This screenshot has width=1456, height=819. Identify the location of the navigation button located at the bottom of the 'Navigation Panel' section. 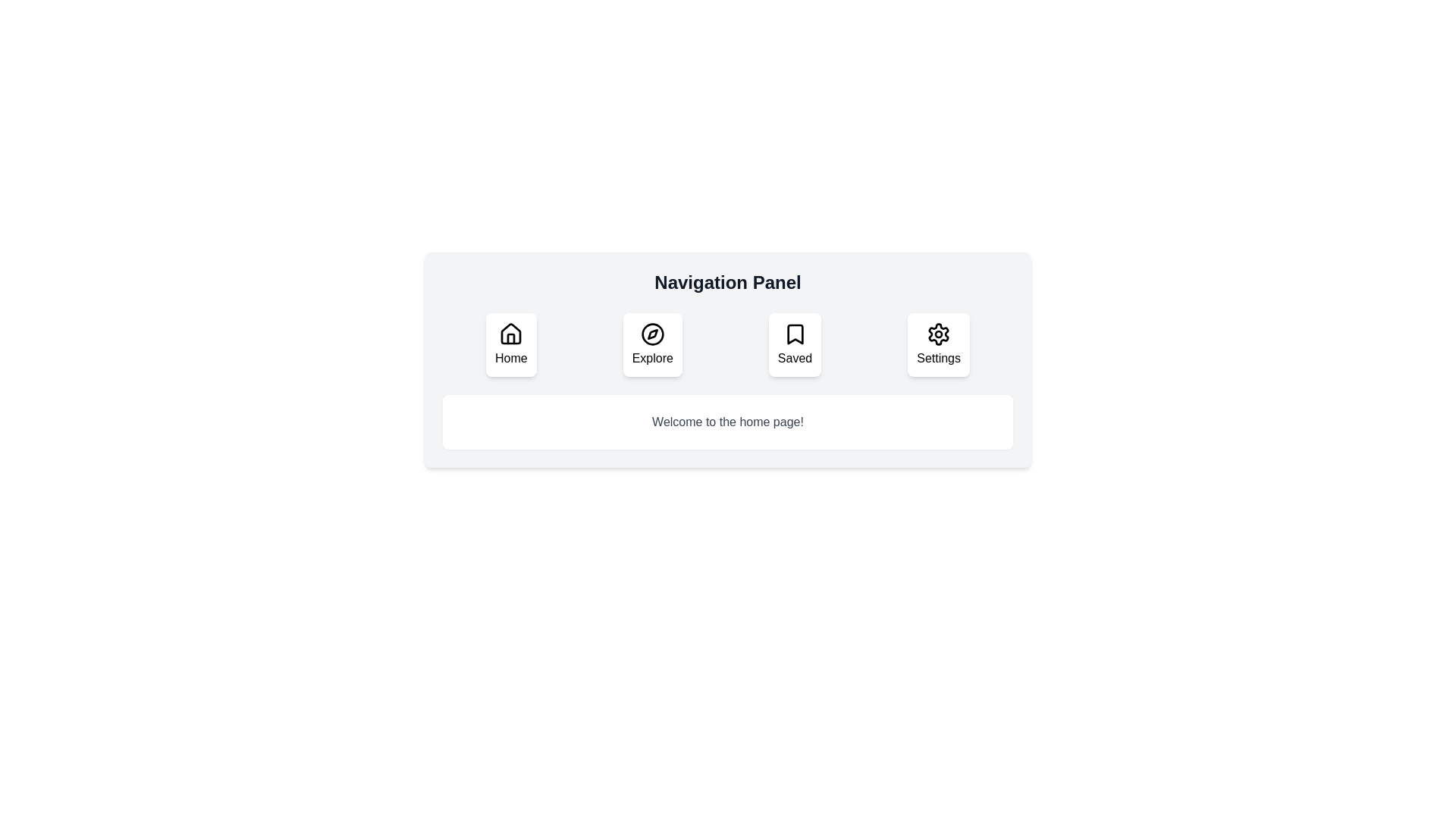
(938, 345).